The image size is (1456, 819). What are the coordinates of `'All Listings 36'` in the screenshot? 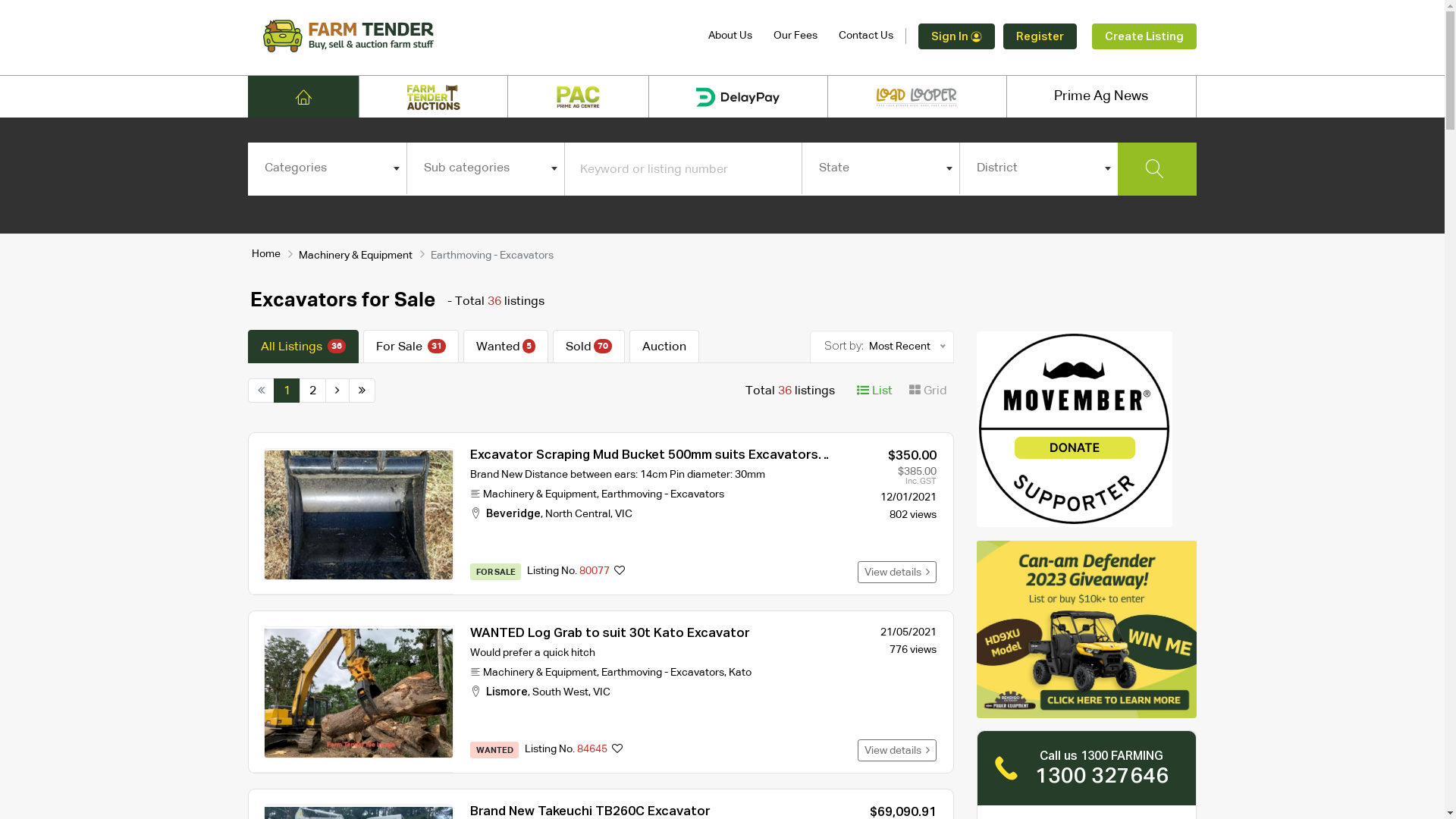 It's located at (303, 346).